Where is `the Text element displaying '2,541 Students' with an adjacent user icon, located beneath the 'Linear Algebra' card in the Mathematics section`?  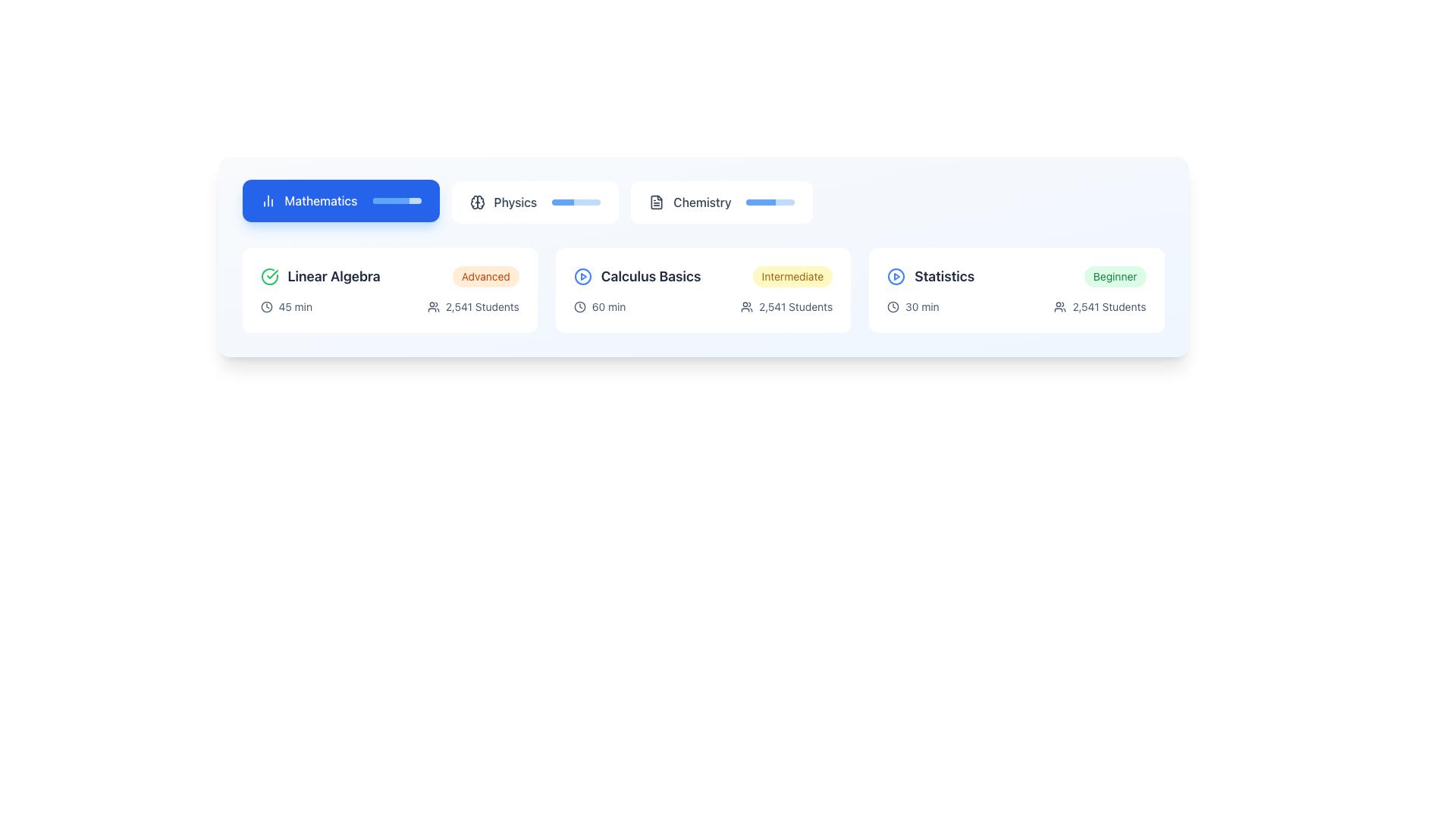 the Text element displaying '2,541 Students' with an adjacent user icon, located beneath the 'Linear Algebra' card in the Mathematics section is located at coordinates (472, 307).